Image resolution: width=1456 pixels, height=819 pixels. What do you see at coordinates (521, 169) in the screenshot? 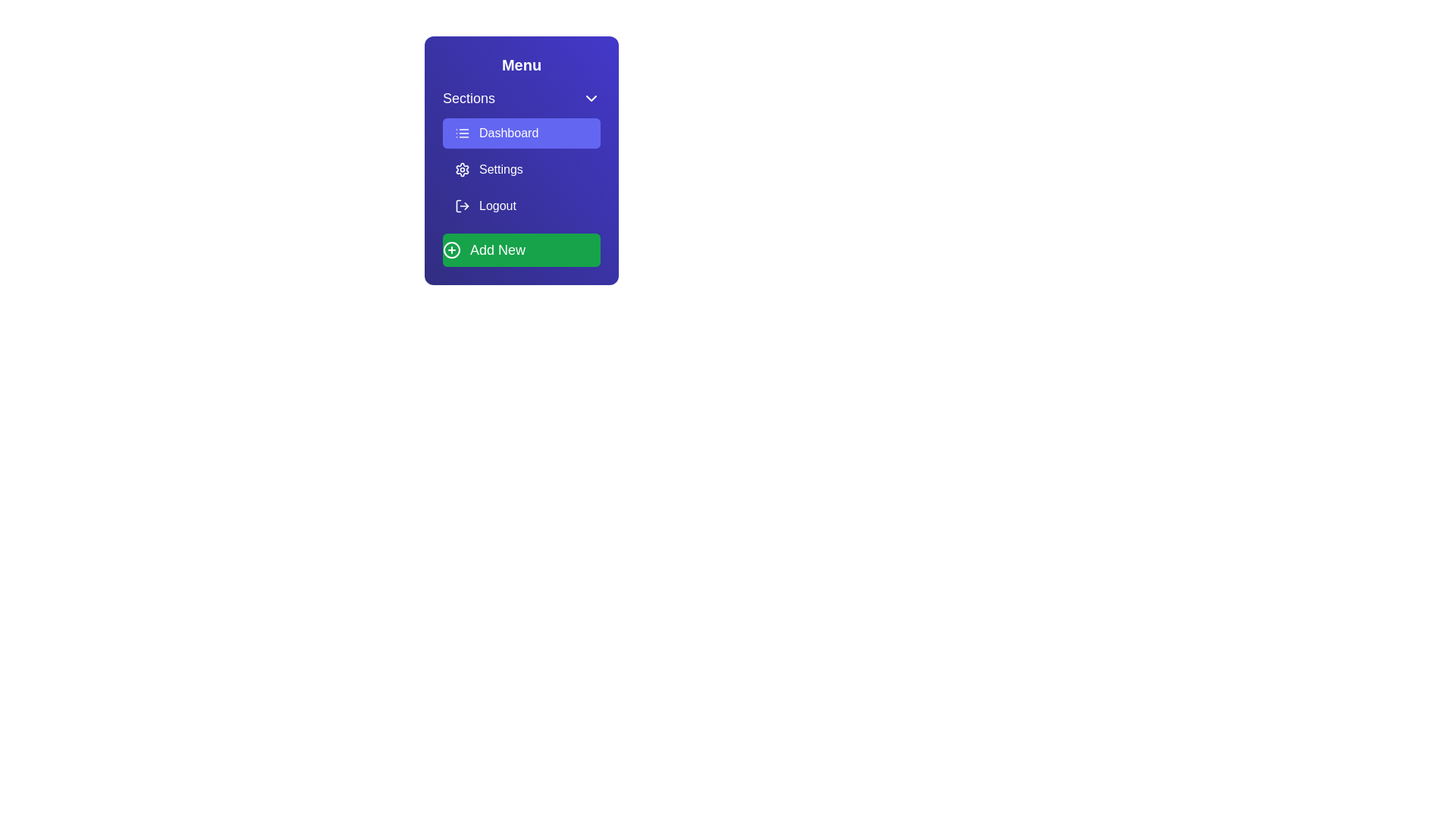
I see `the menu item labeled Settings to observe visual feedback` at bounding box center [521, 169].